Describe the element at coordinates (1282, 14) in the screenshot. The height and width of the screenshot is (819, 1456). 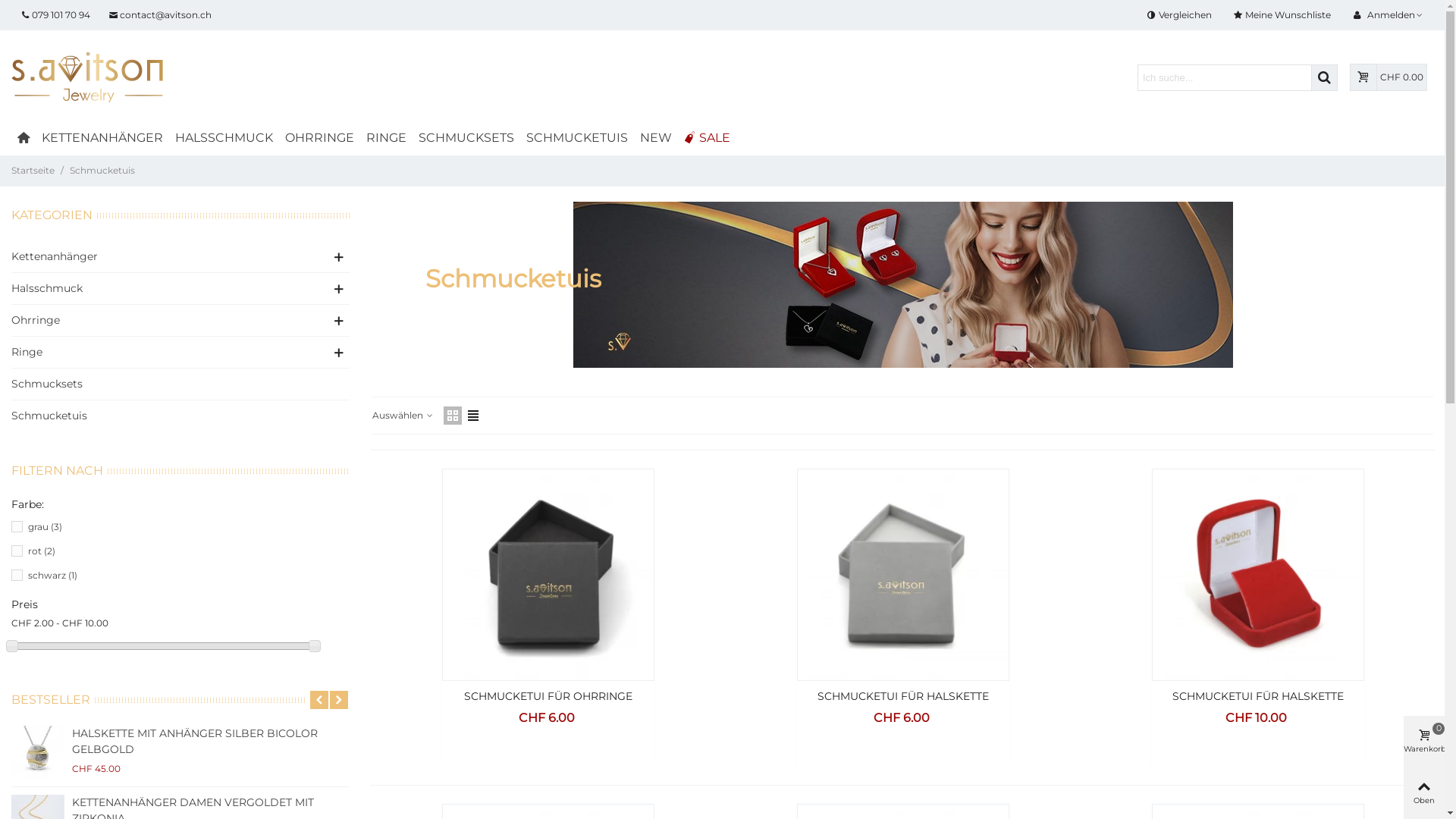
I see `'Meine Wunschliste'` at that location.